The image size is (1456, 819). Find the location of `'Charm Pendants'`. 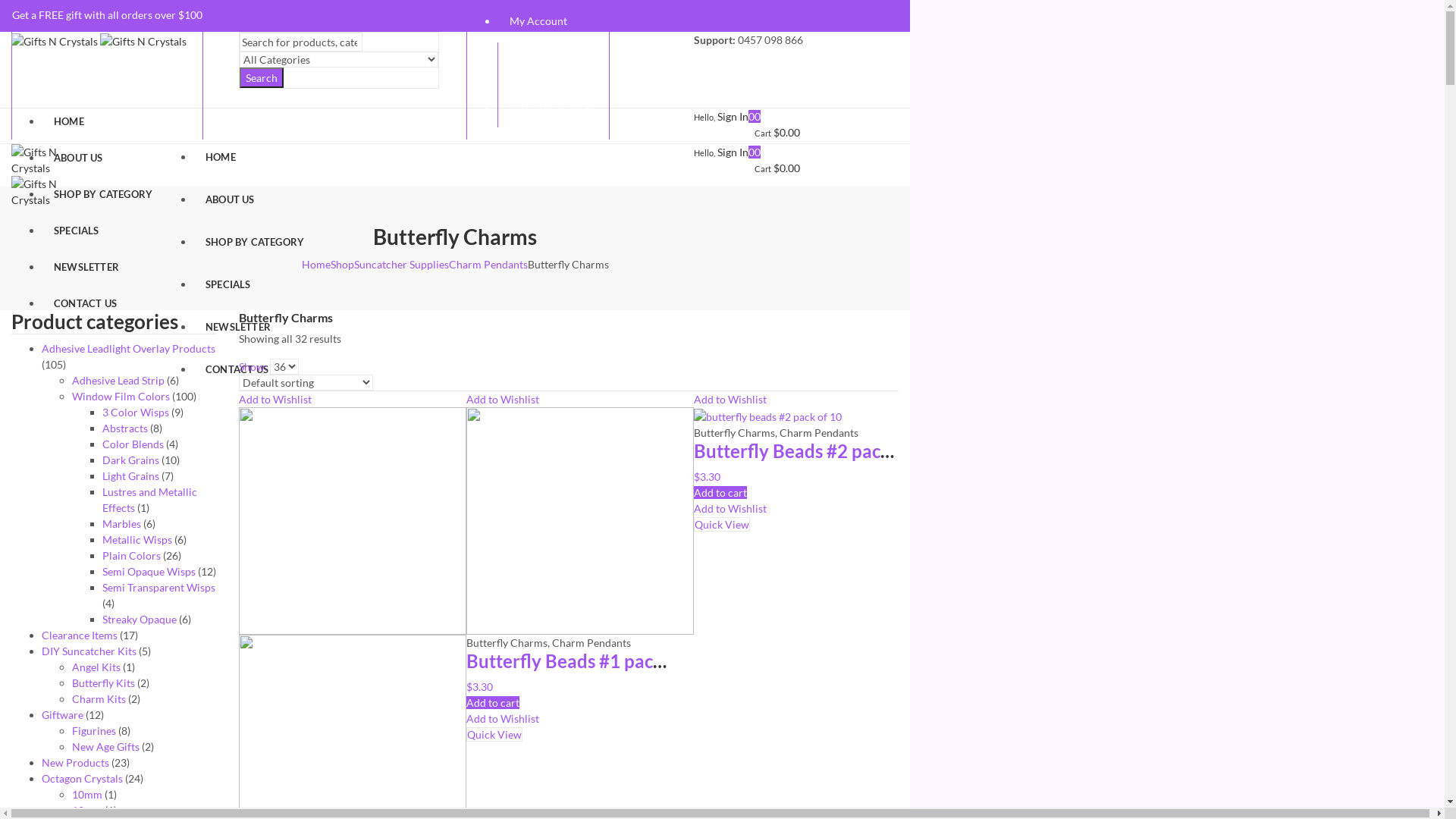

'Charm Pendants' is located at coordinates (488, 263).